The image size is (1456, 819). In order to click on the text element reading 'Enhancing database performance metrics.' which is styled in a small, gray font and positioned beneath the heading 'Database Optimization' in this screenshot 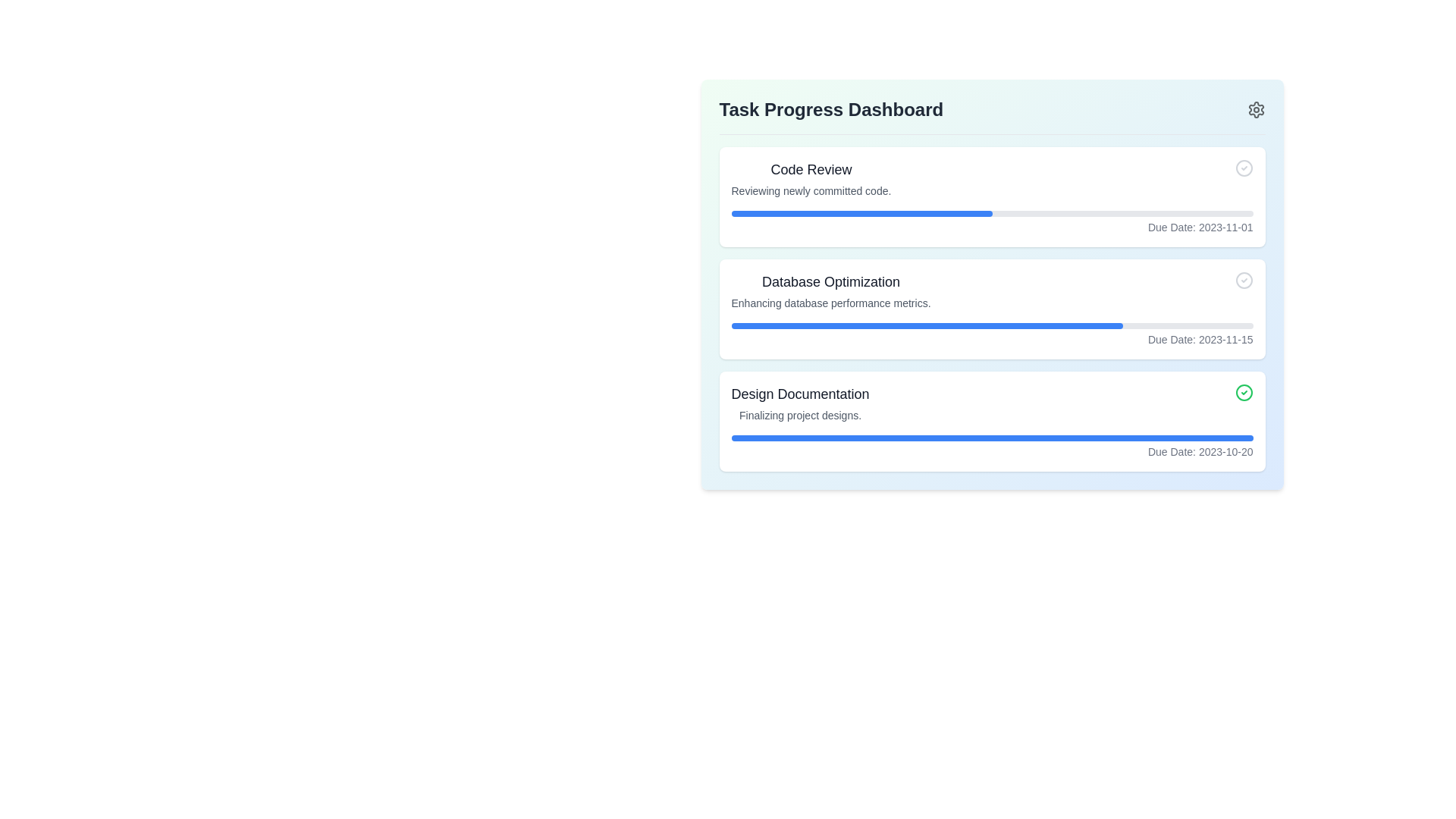, I will do `click(830, 303)`.